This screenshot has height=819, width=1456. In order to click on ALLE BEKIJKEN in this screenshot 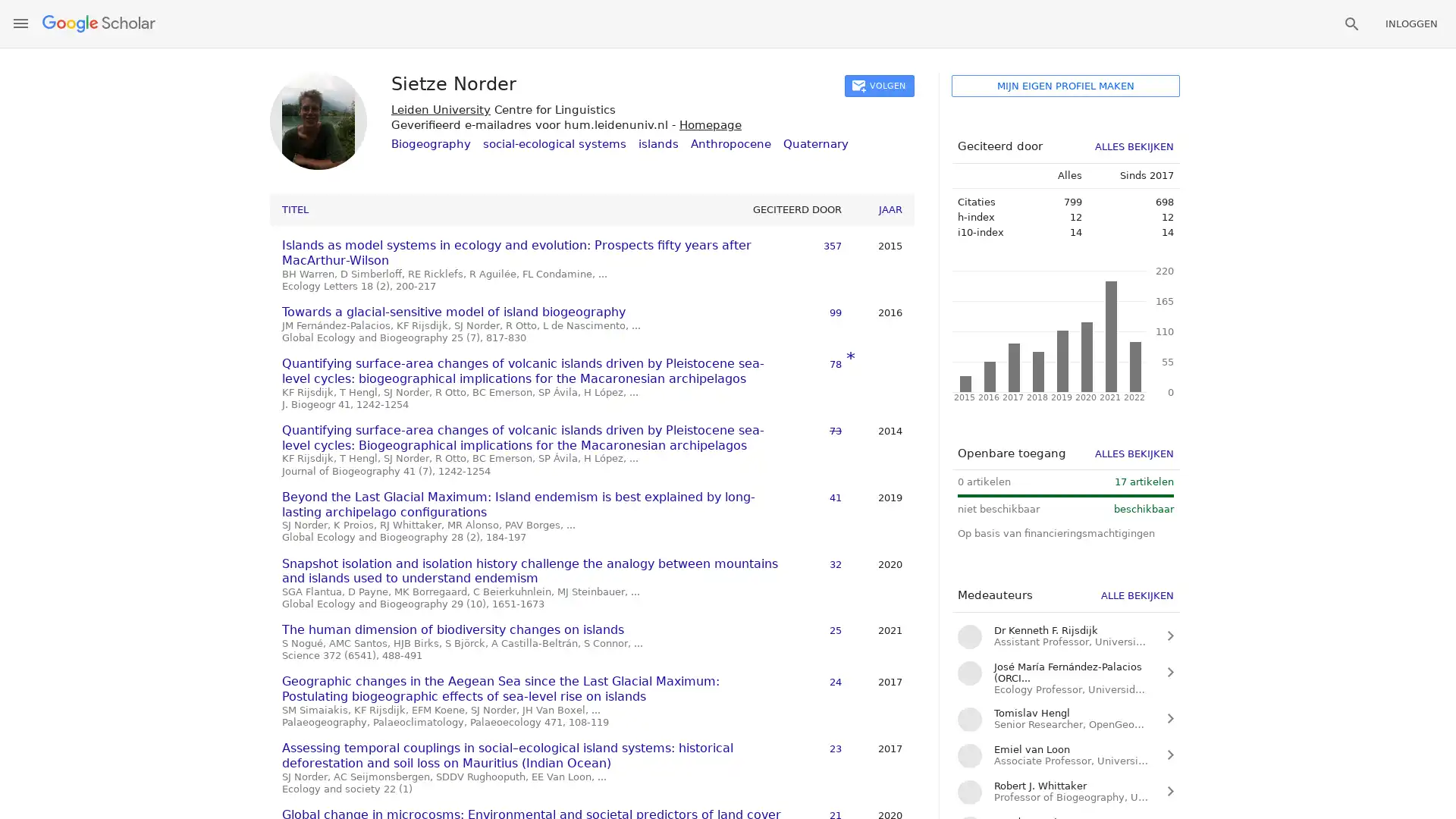, I will do `click(1137, 595)`.